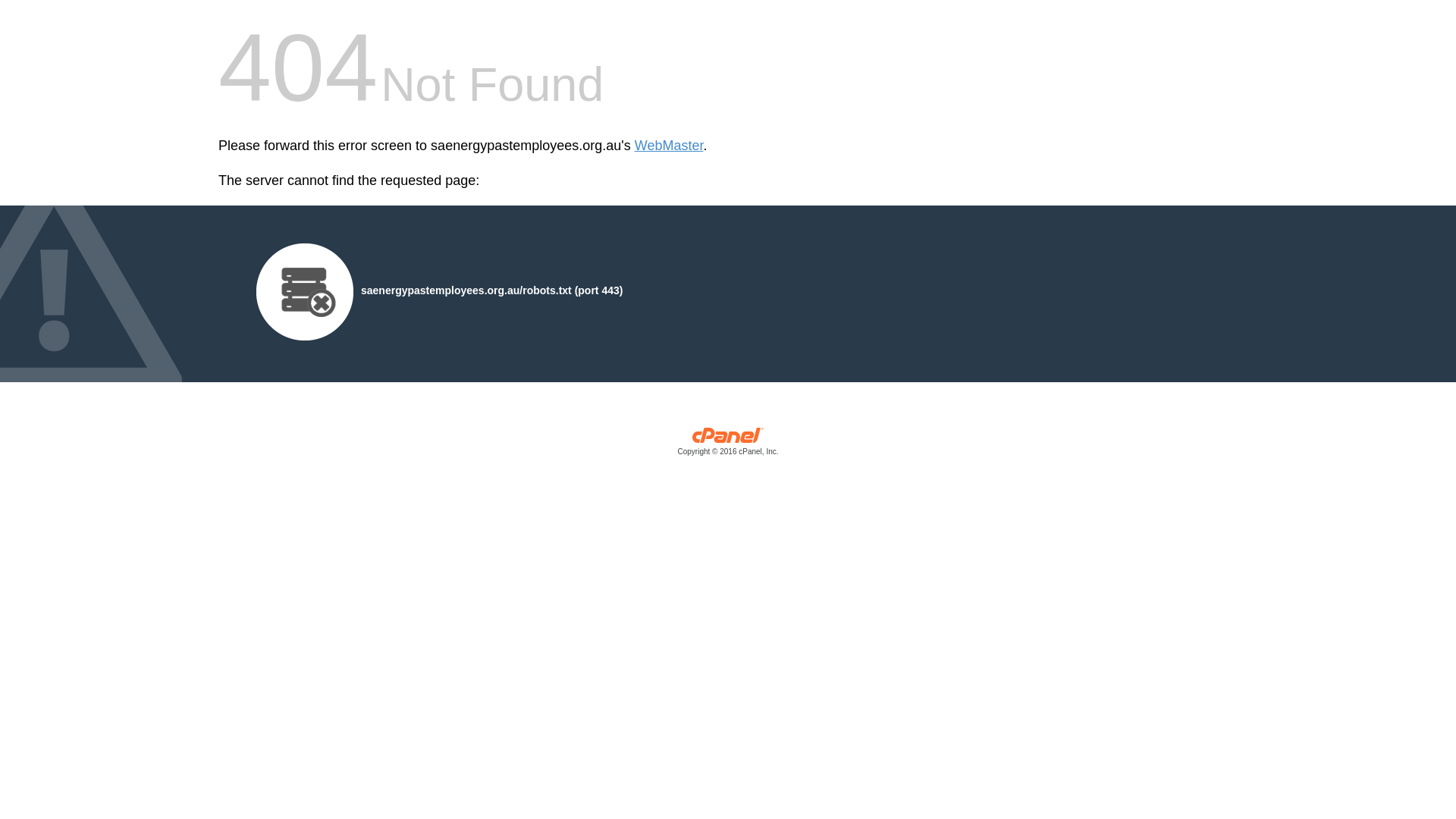  I want to click on 'WebMaster', so click(668, 146).